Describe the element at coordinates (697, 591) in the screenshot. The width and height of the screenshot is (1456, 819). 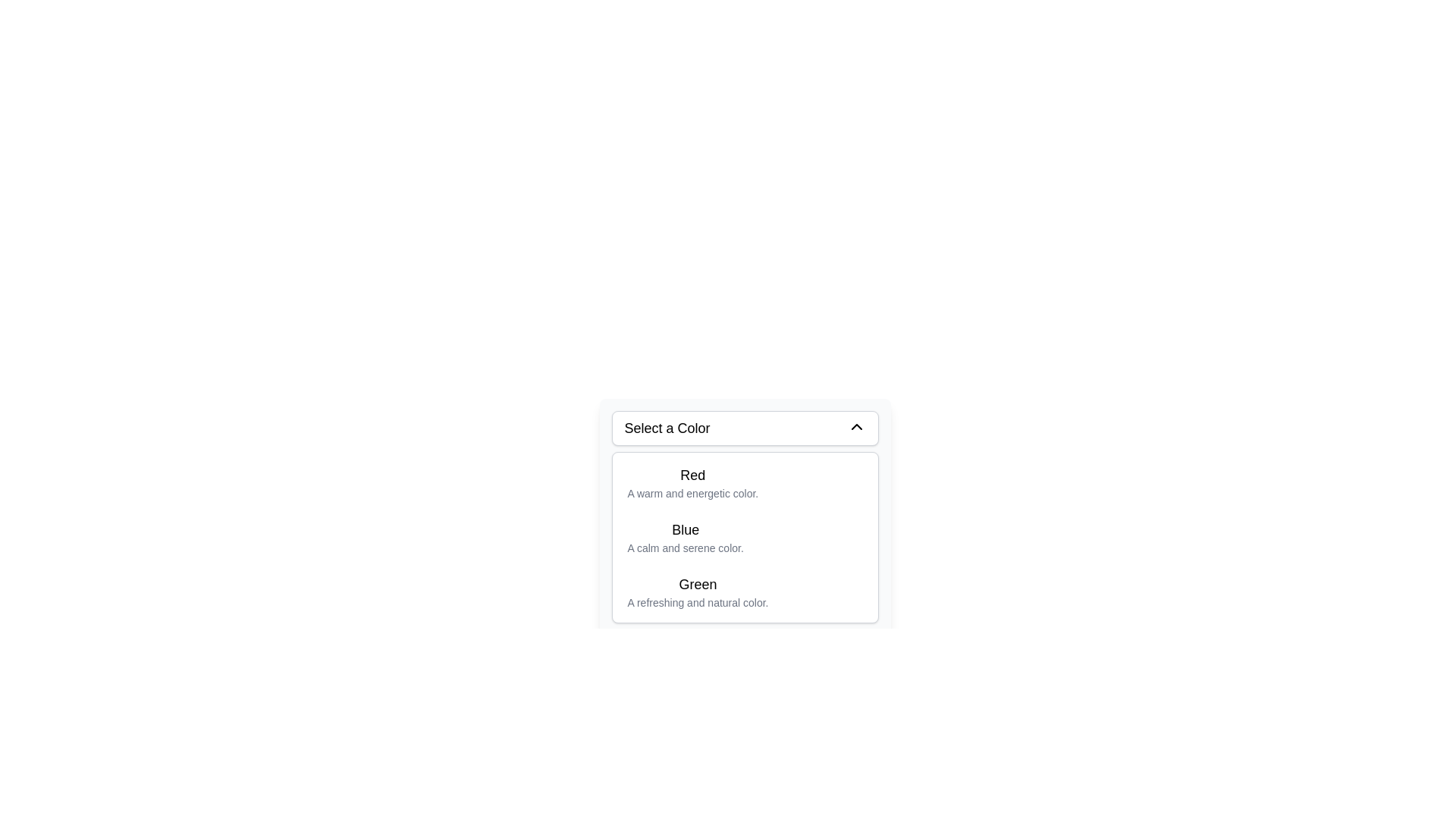
I see `the selectable list item representing the color green in the dropdown menu titled 'Select a Color'` at that location.